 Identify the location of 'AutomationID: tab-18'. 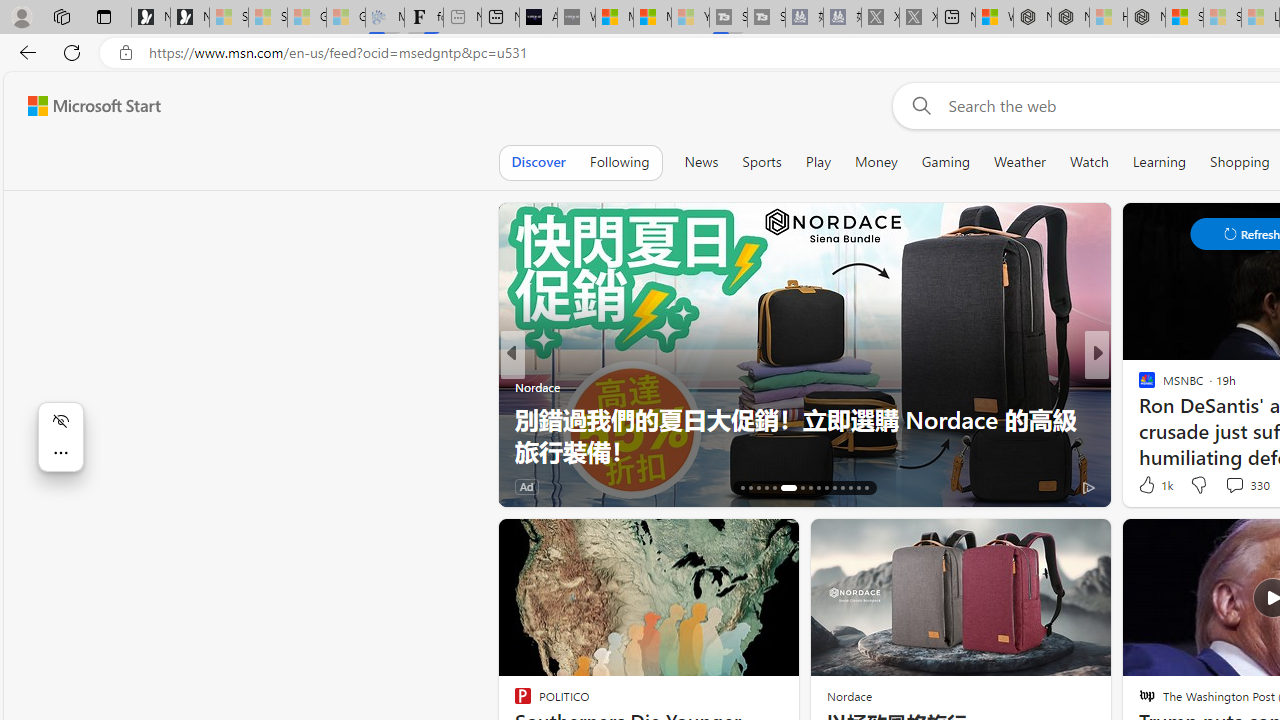
(757, 488).